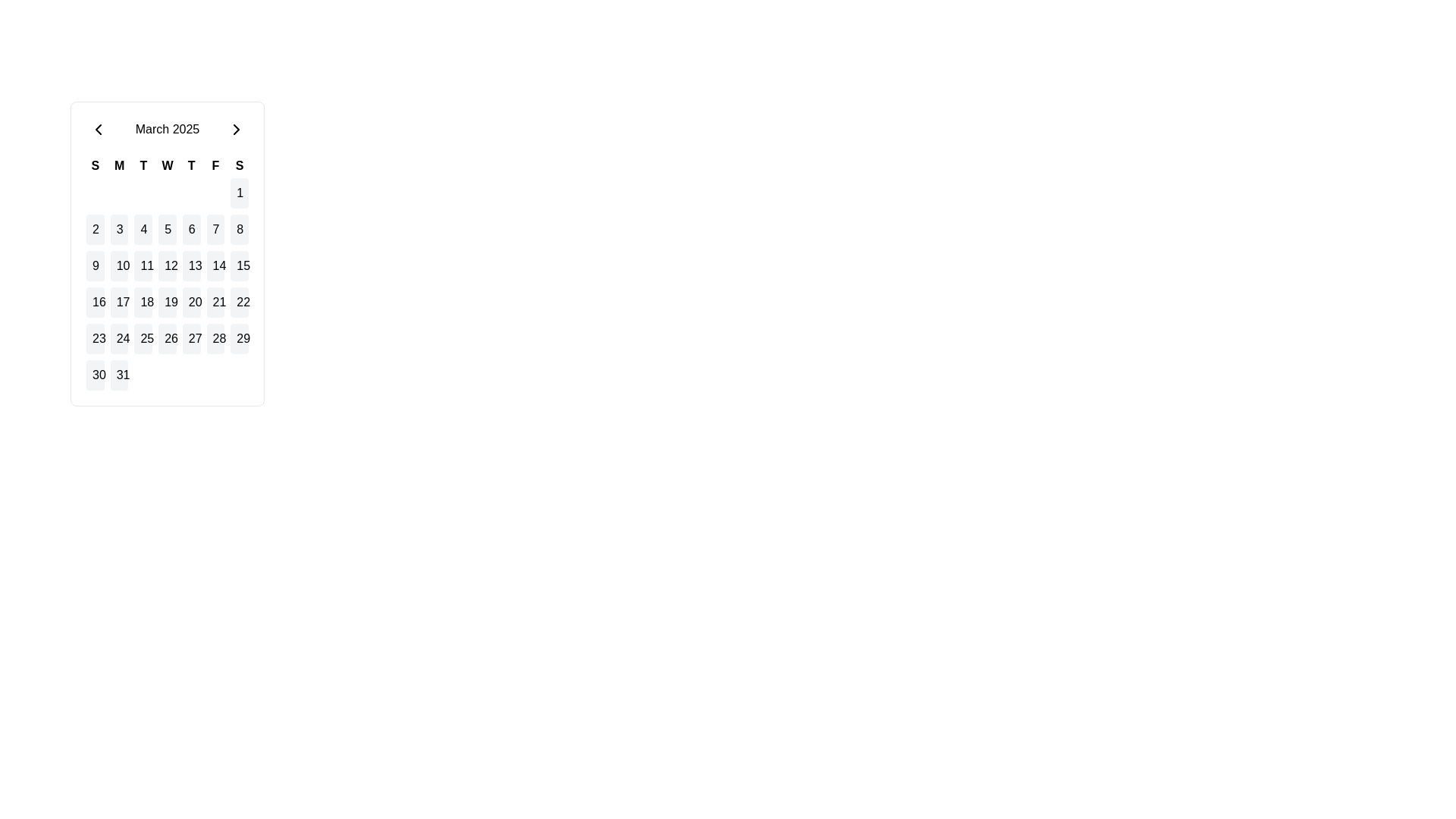  I want to click on the white rounded rectangle button displaying the number '9' in the second week of the month, corresponding to the Sunday column, so click(94, 265).